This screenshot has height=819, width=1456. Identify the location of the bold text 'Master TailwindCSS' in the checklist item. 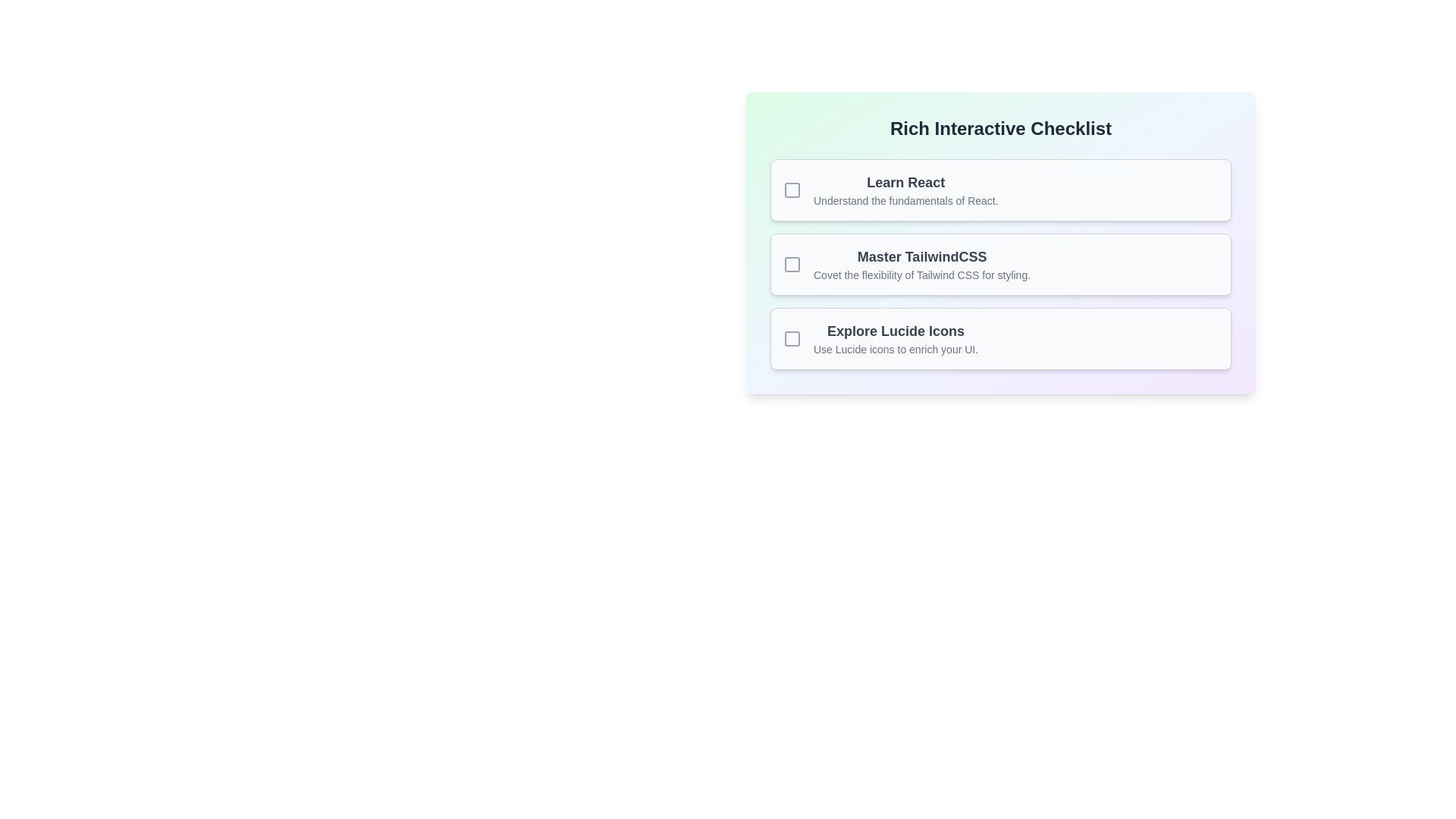
(1001, 263).